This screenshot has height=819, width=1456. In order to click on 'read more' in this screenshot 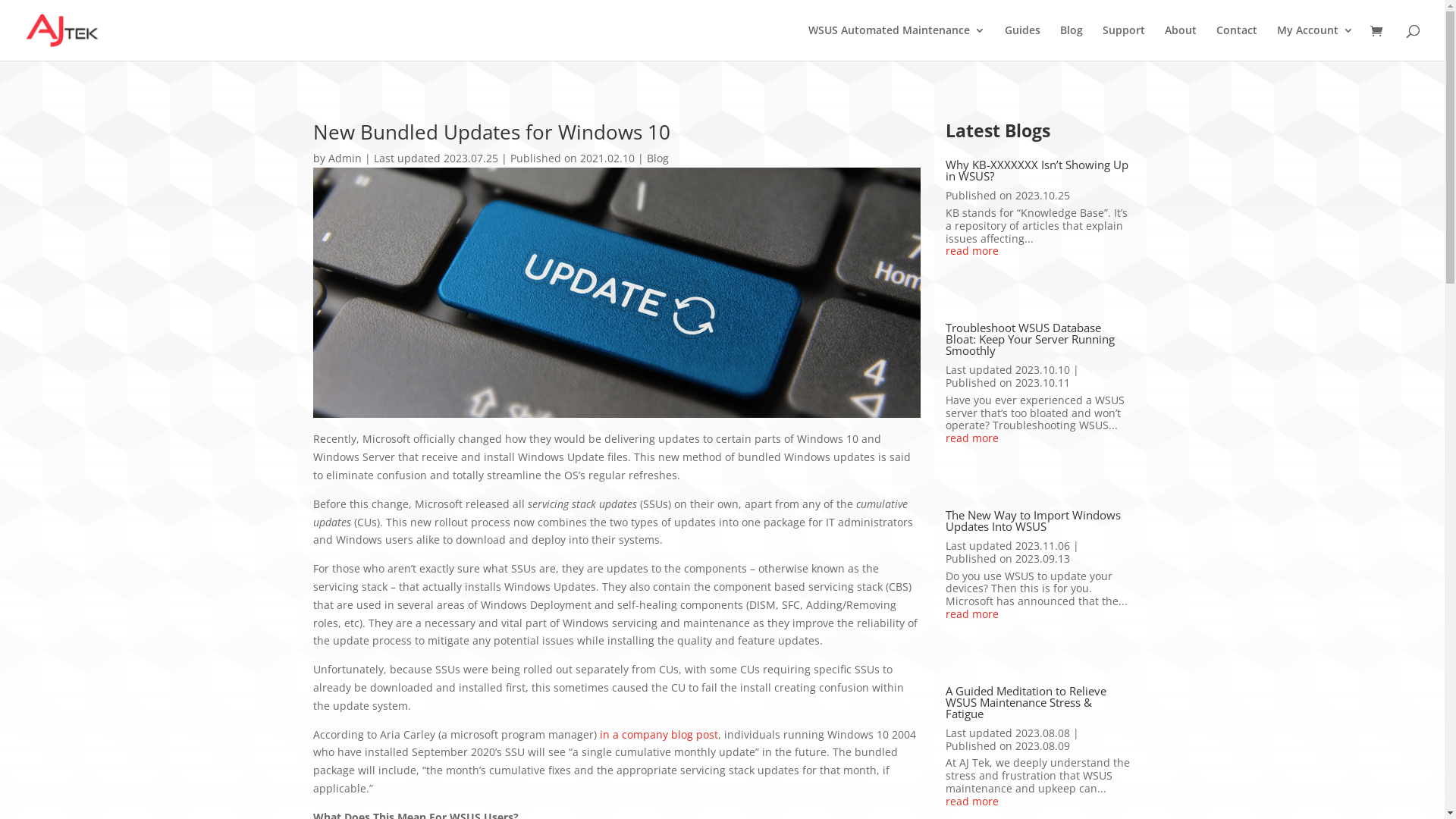, I will do `click(1037, 438)`.